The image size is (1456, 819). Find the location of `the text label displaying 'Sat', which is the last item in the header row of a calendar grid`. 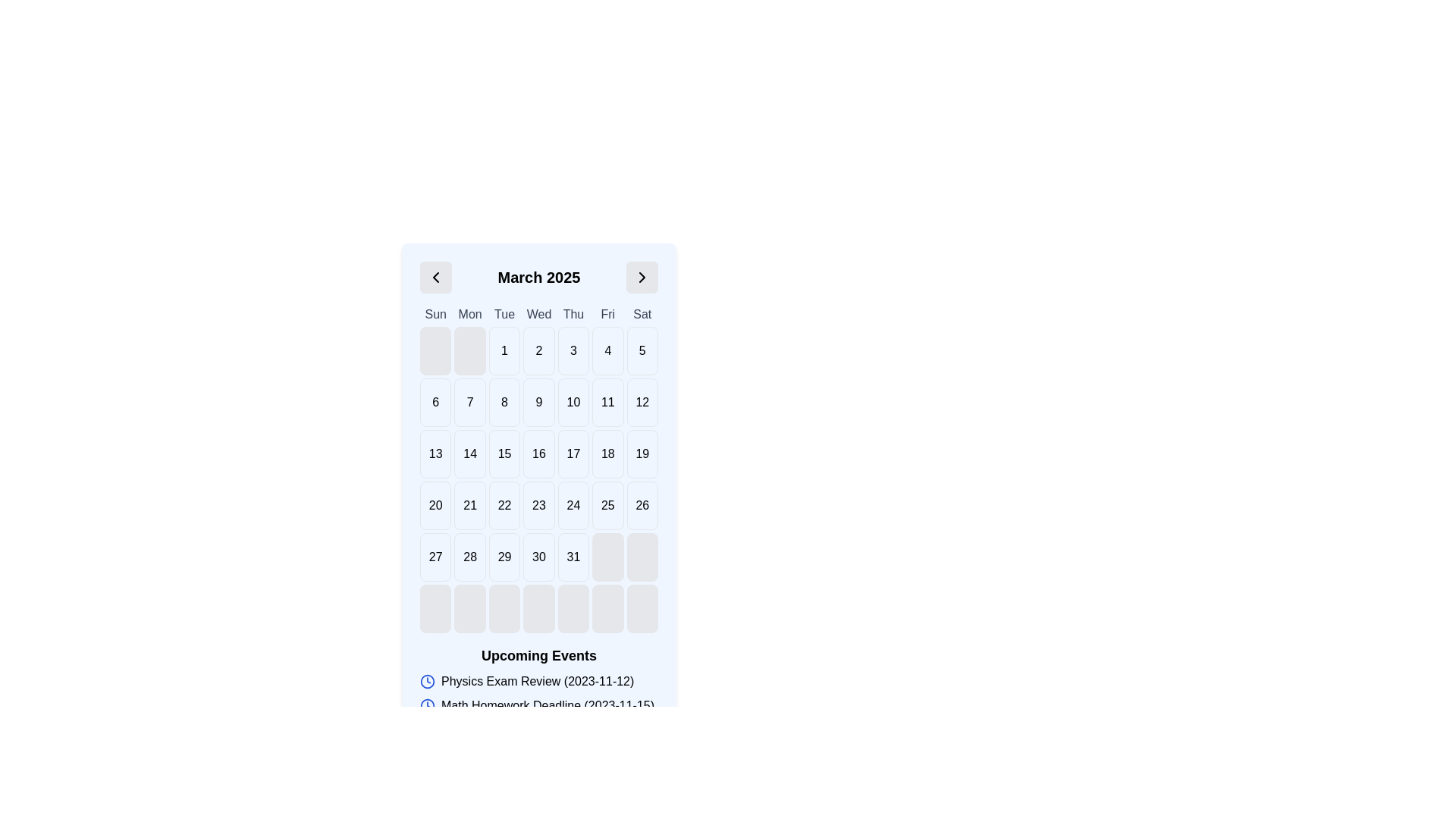

the text label displaying 'Sat', which is the last item in the header row of a calendar grid is located at coordinates (642, 314).